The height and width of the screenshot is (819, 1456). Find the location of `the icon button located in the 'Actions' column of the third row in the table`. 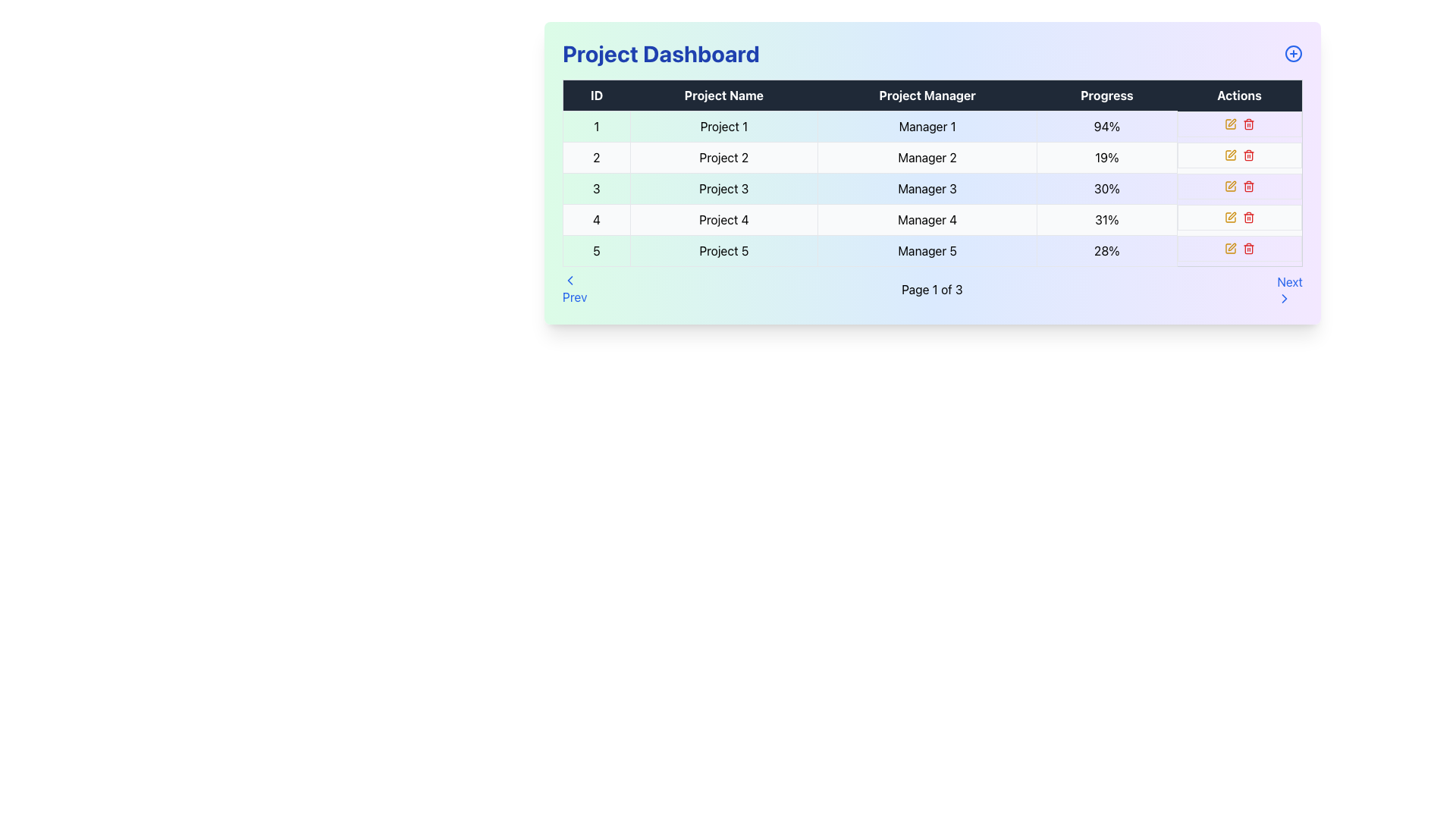

the icon button located in the 'Actions' column of the third row in the table is located at coordinates (1230, 185).